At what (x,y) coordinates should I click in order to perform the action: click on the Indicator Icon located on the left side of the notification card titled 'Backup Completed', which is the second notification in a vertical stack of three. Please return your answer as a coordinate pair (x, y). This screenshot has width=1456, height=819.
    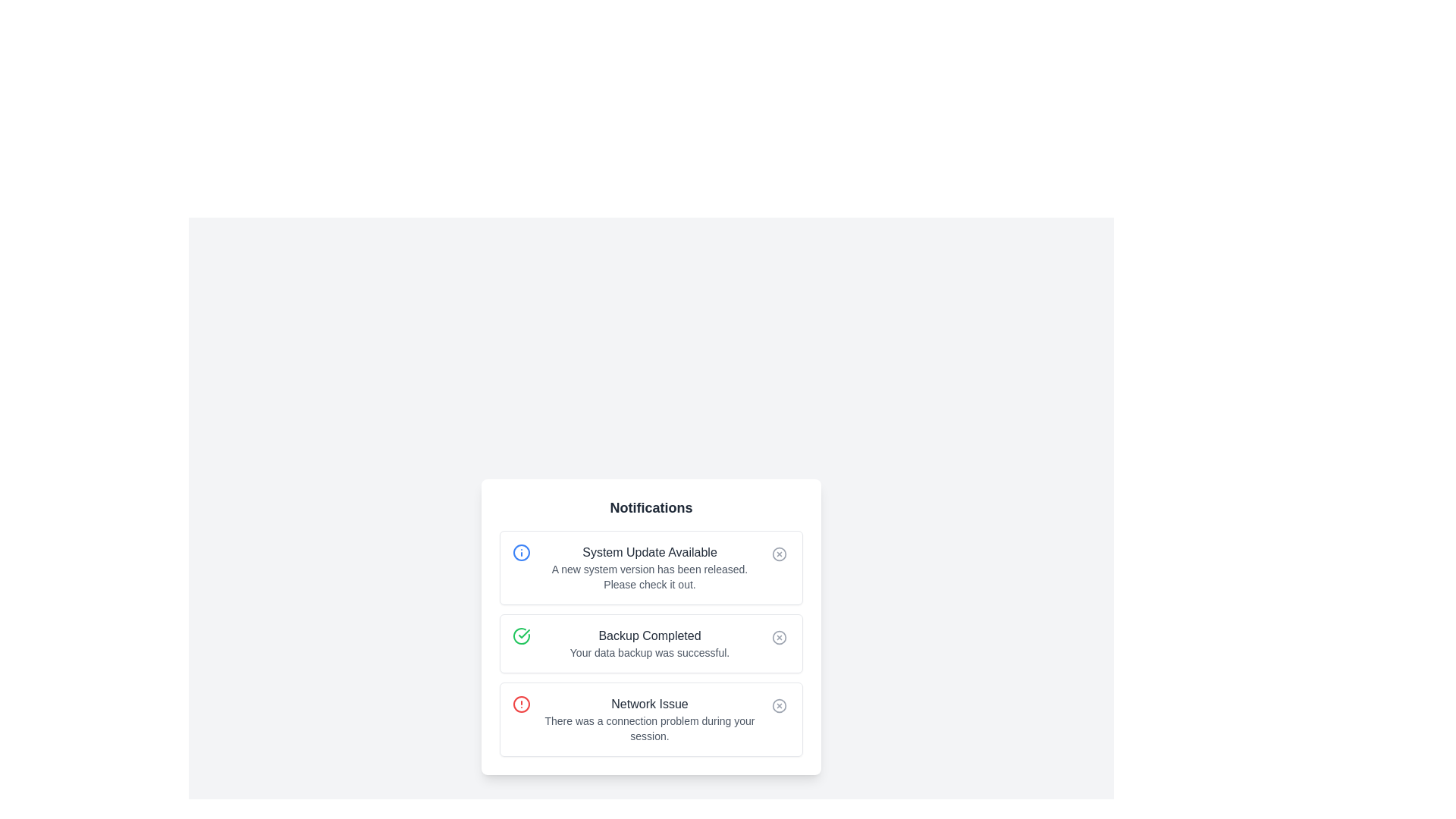
    Looking at the image, I should click on (521, 636).